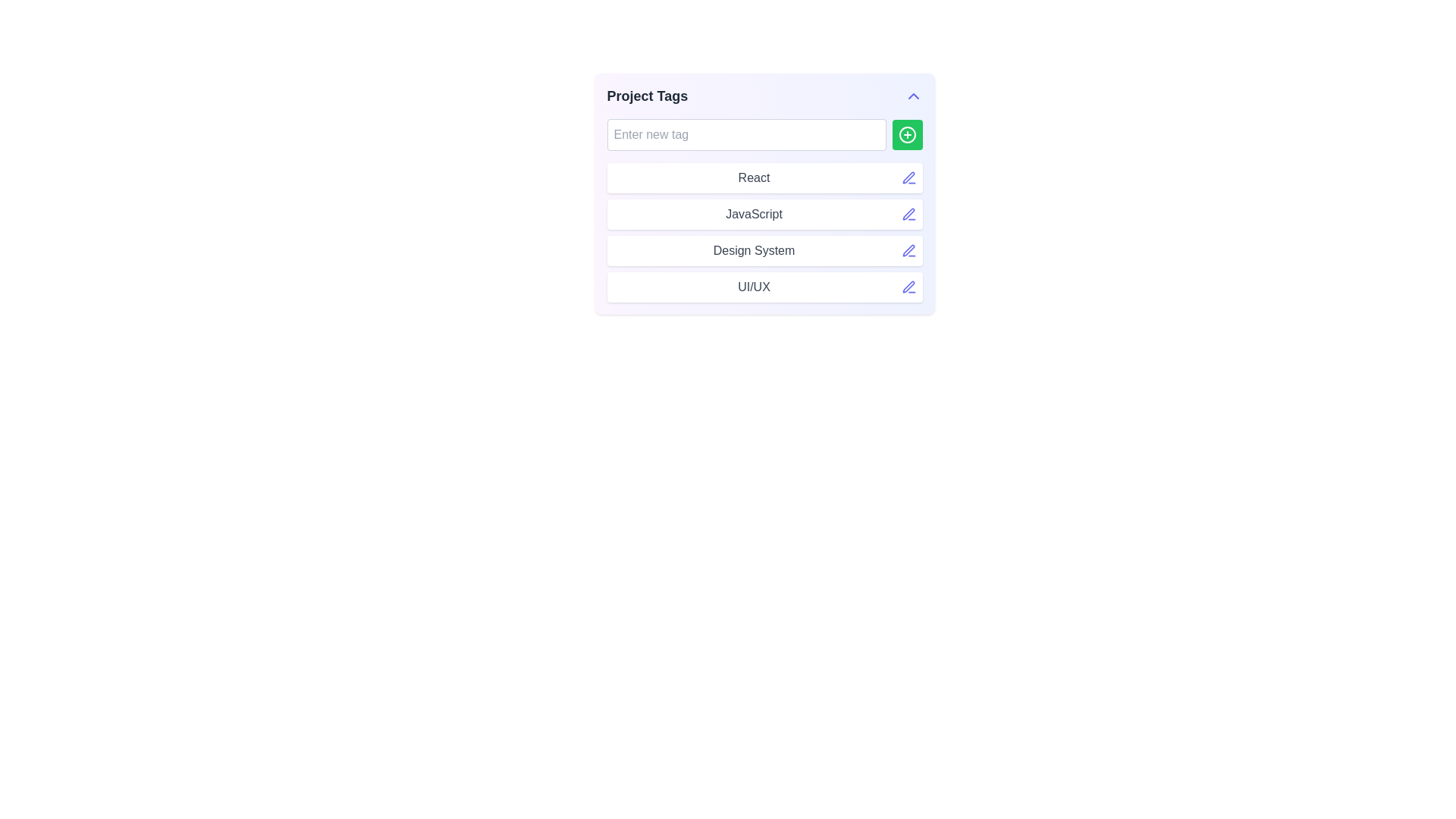  I want to click on the toggle button in the top-right corner of the 'Project Tags' section, so click(912, 96).